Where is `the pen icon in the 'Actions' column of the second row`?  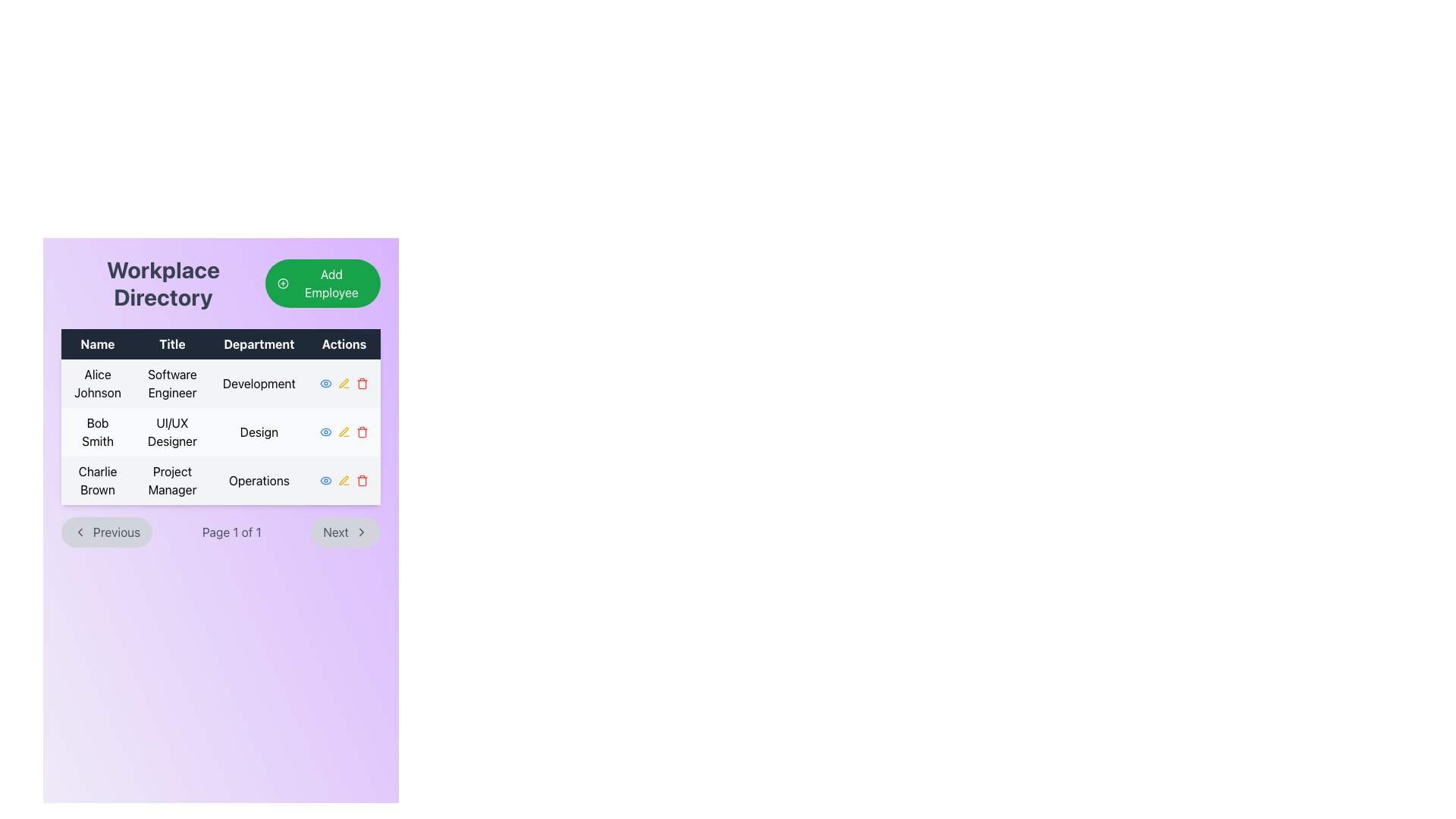
the pen icon in the 'Actions' column of the second row is located at coordinates (343, 431).